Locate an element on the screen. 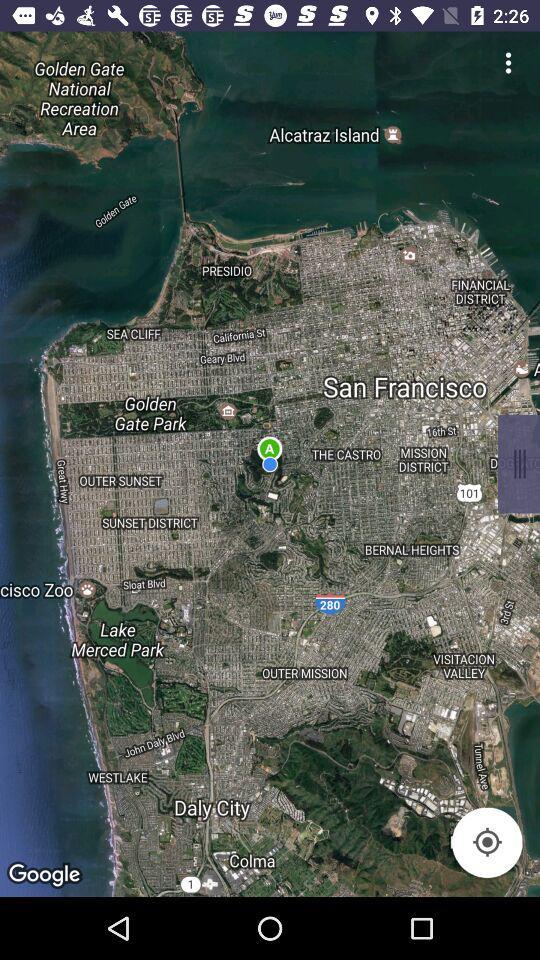 The width and height of the screenshot is (540, 960). the sliders icon is located at coordinates (518, 464).